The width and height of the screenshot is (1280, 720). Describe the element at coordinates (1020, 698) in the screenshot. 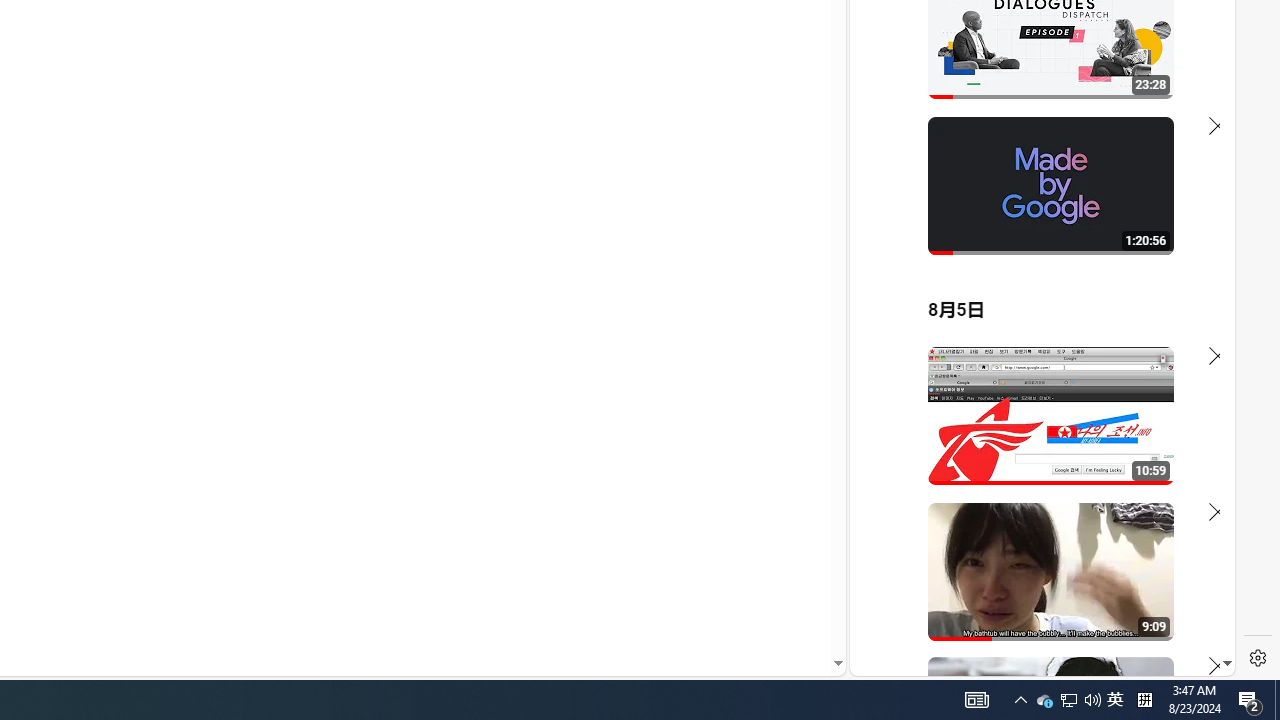

I see `'User Promoted Notification Area'` at that location.